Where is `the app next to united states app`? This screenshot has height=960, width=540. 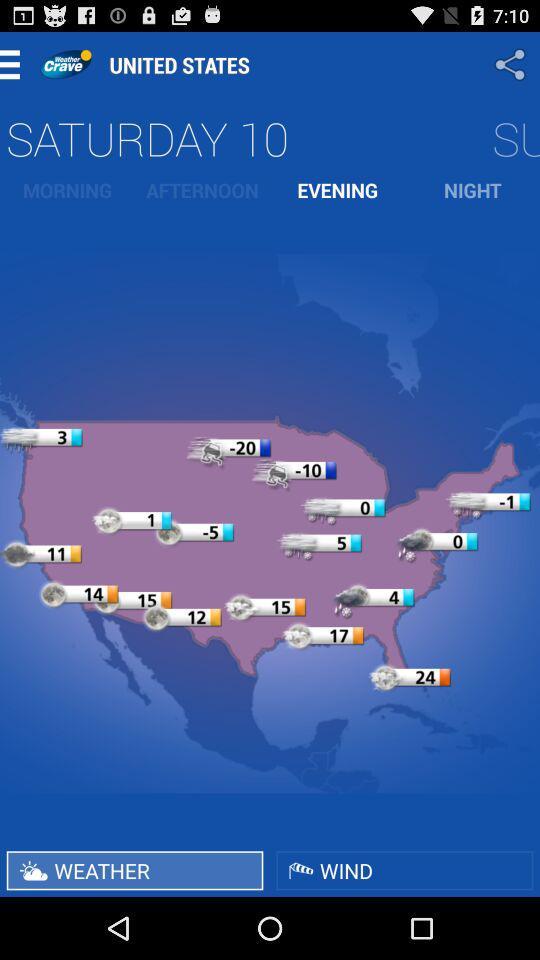
the app next to united states app is located at coordinates (512, 64).